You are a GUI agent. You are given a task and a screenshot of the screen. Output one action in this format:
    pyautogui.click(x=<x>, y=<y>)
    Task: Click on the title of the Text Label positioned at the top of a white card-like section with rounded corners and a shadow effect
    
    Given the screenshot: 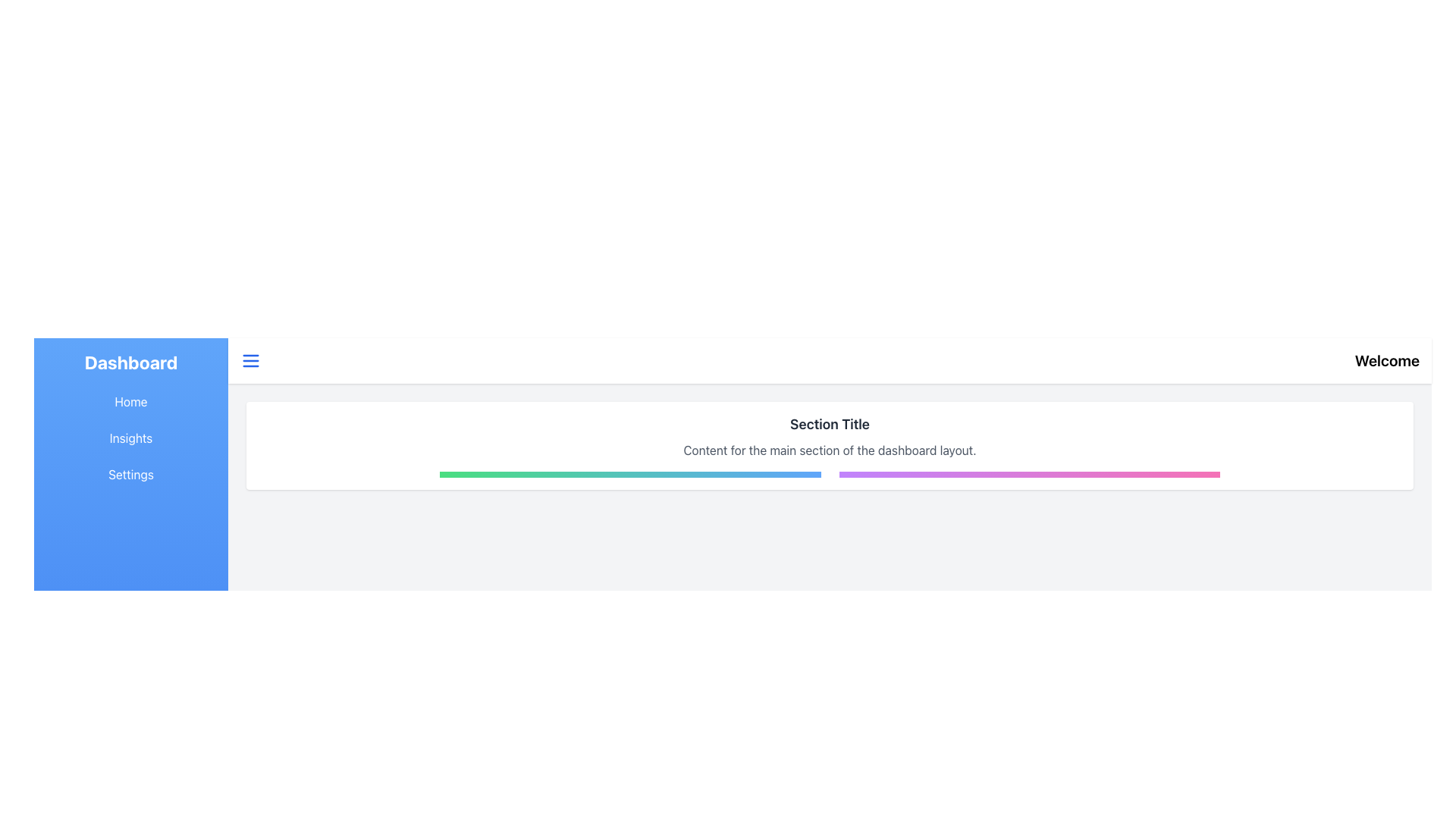 What is the action you would take?
    pyautogui.click(x=829, y=424)
    